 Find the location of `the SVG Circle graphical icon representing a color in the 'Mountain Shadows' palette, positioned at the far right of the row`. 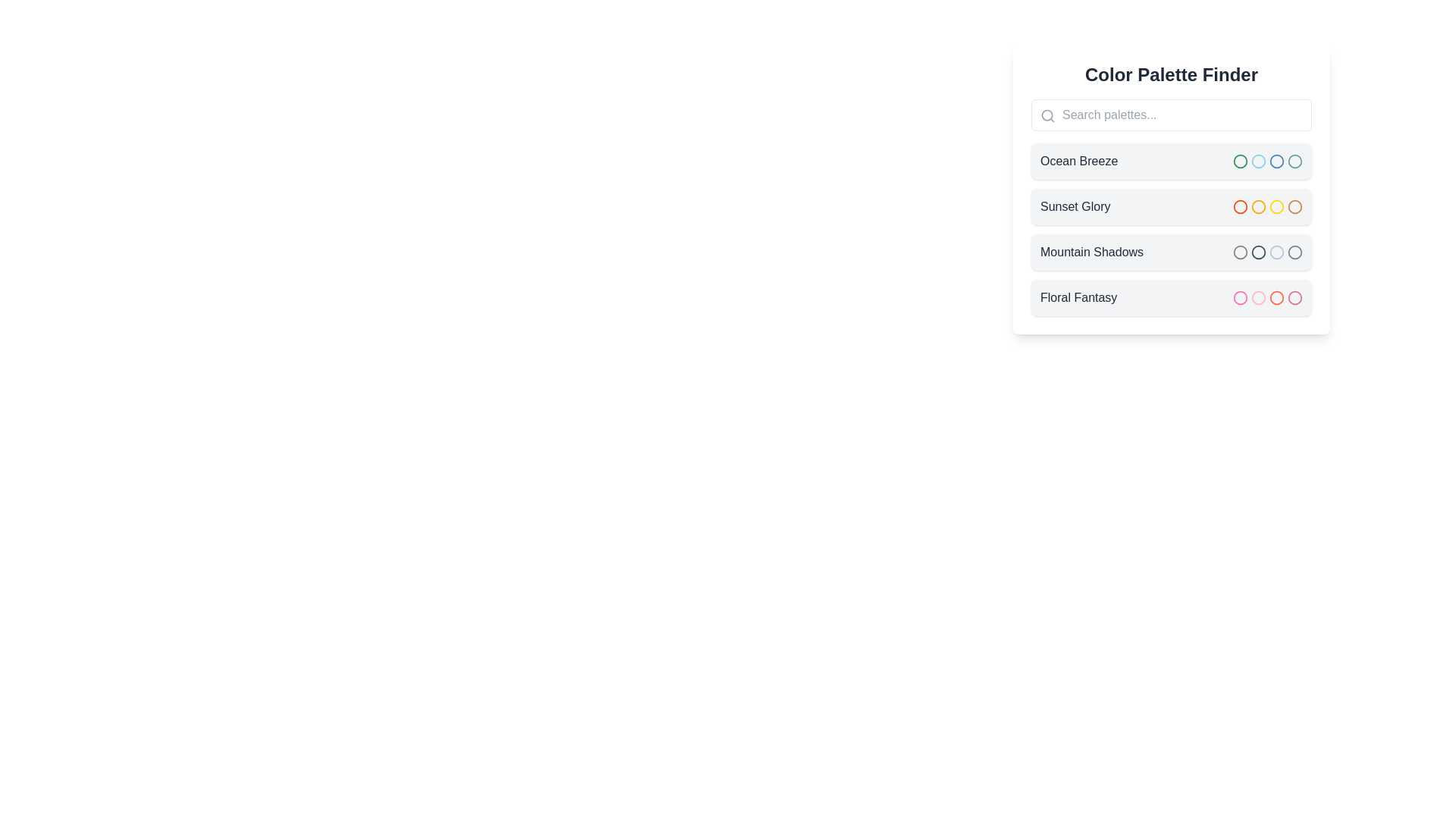

the SVG Circle graphical icon representing a color in the 'Mountain Shadows' palette, positioned at the far right of the row is located at coordinates (1294, 251).